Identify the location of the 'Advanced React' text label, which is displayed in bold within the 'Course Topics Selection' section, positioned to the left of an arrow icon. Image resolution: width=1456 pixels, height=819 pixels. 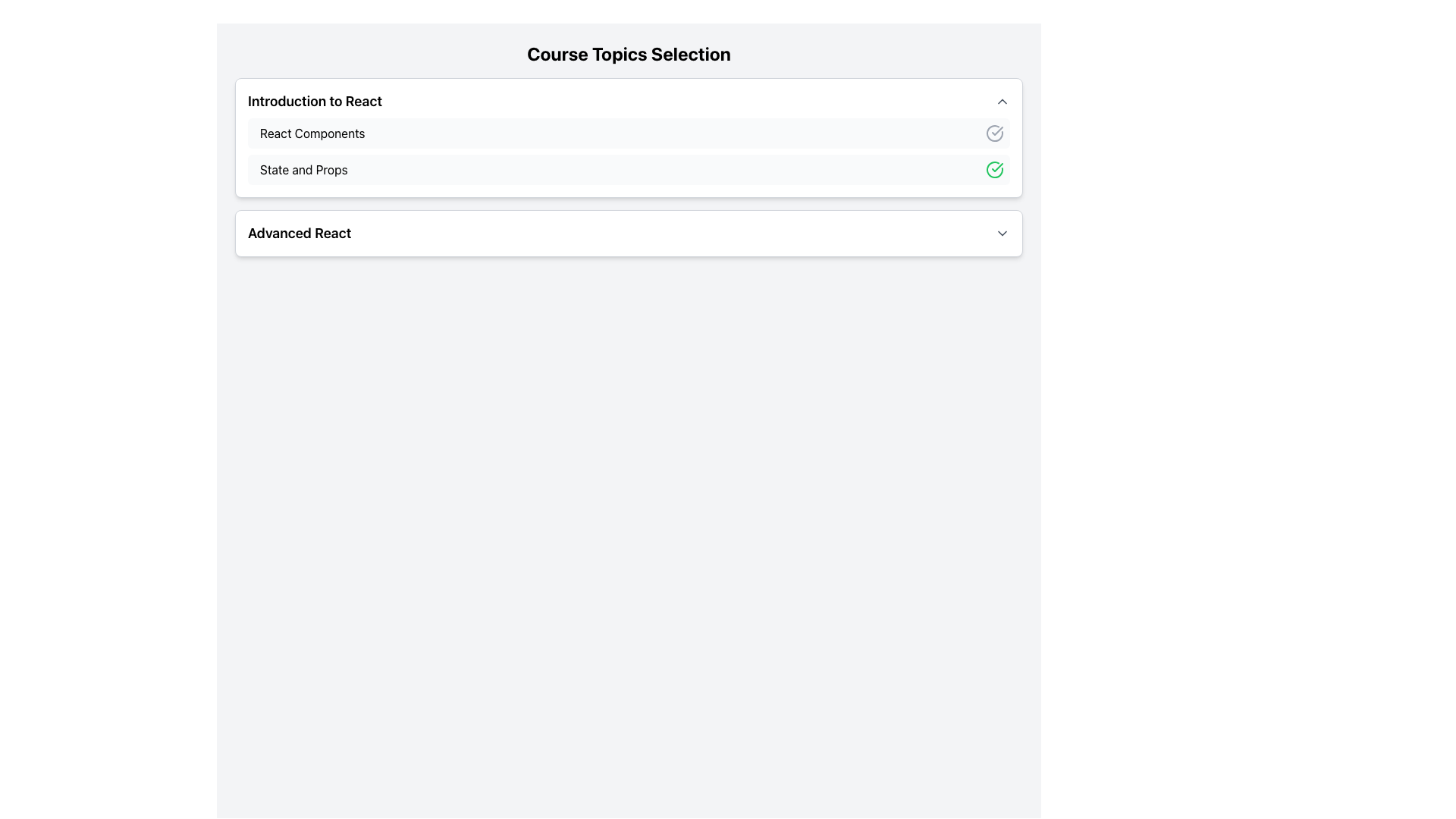
(300, 234).